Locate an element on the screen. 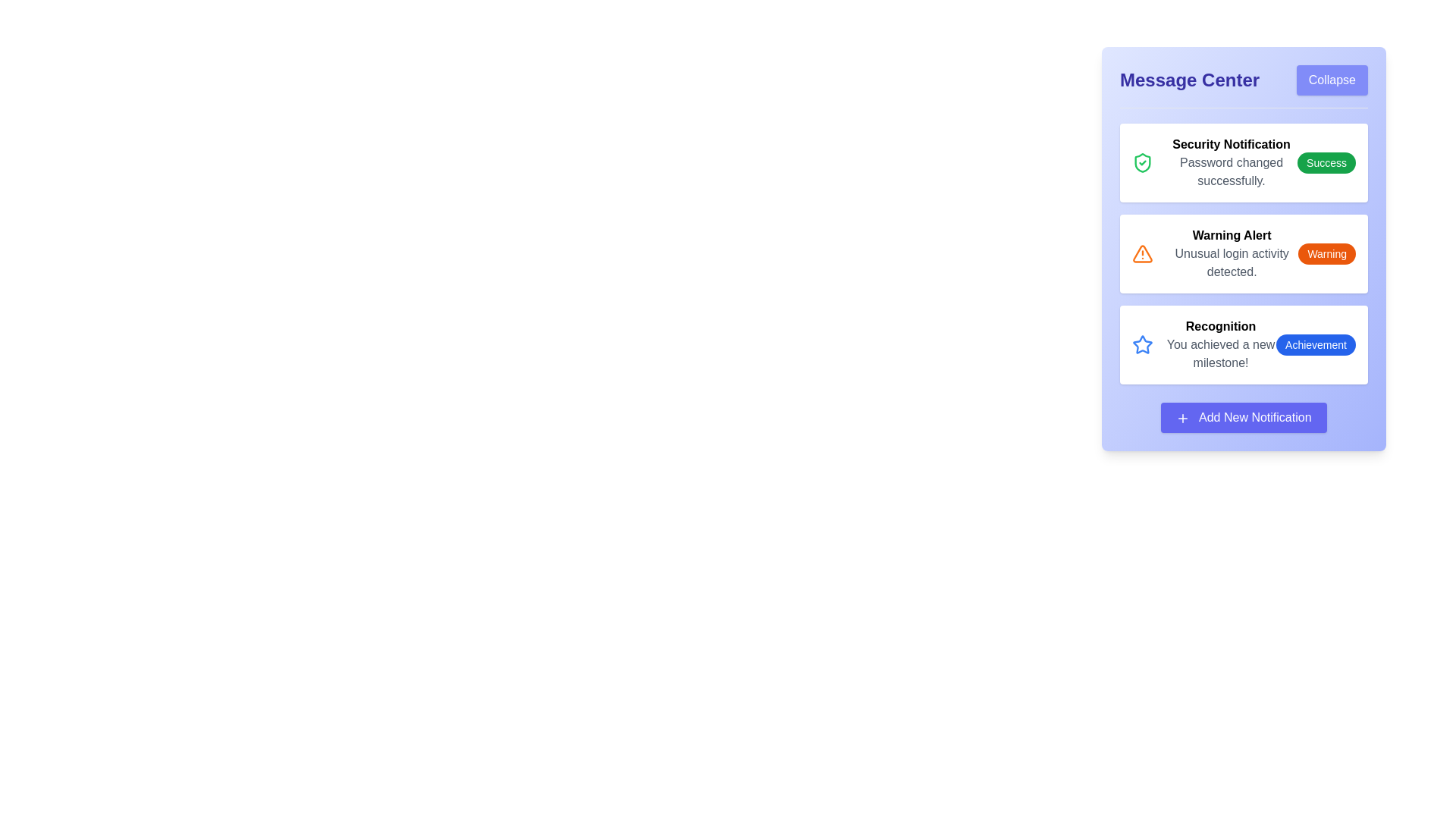  the orange alert icon in the shape of a triangle with an exclamation mark inside it, located to the left of the 'Warning Alert' text is located at coordinates (1143, 253).